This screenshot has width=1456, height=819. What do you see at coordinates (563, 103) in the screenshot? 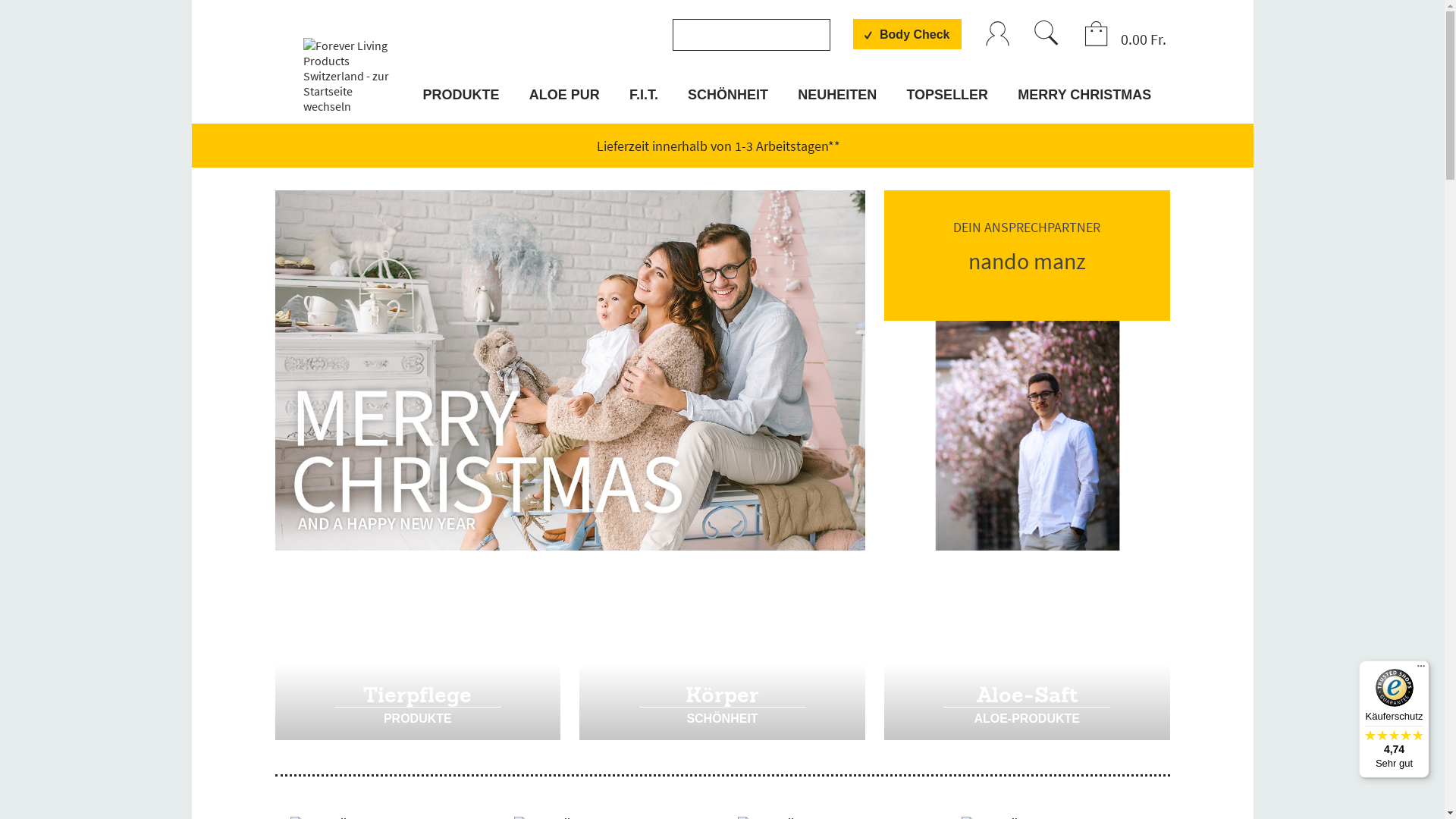
I see `'ALOE PUR'` at bounding box center [563, 103].